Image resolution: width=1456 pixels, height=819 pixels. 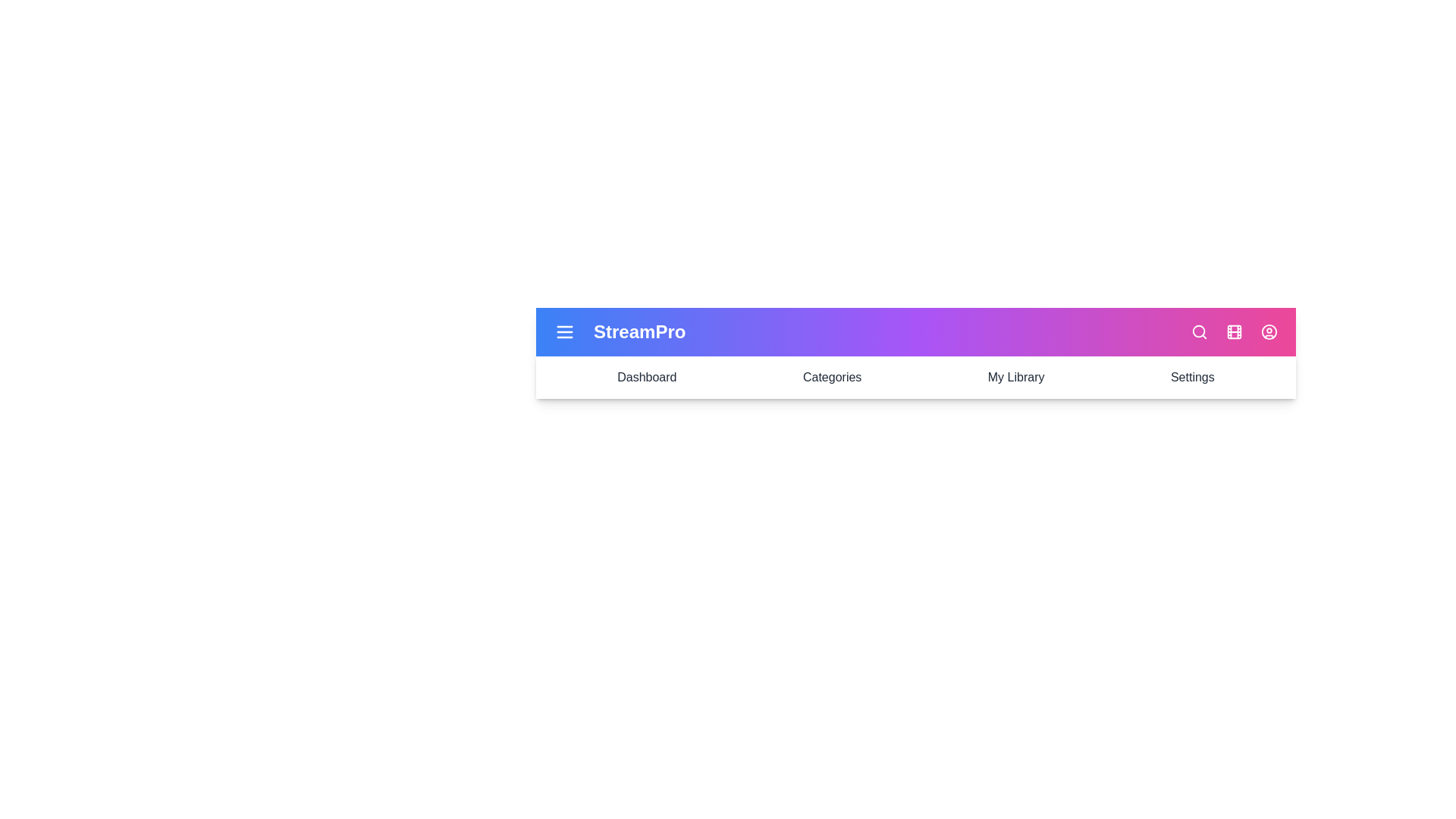 What do you see at coordinates (831, 376) in the screenshot?
I see `the Categories navigation section` at bounding box center [831, 376].